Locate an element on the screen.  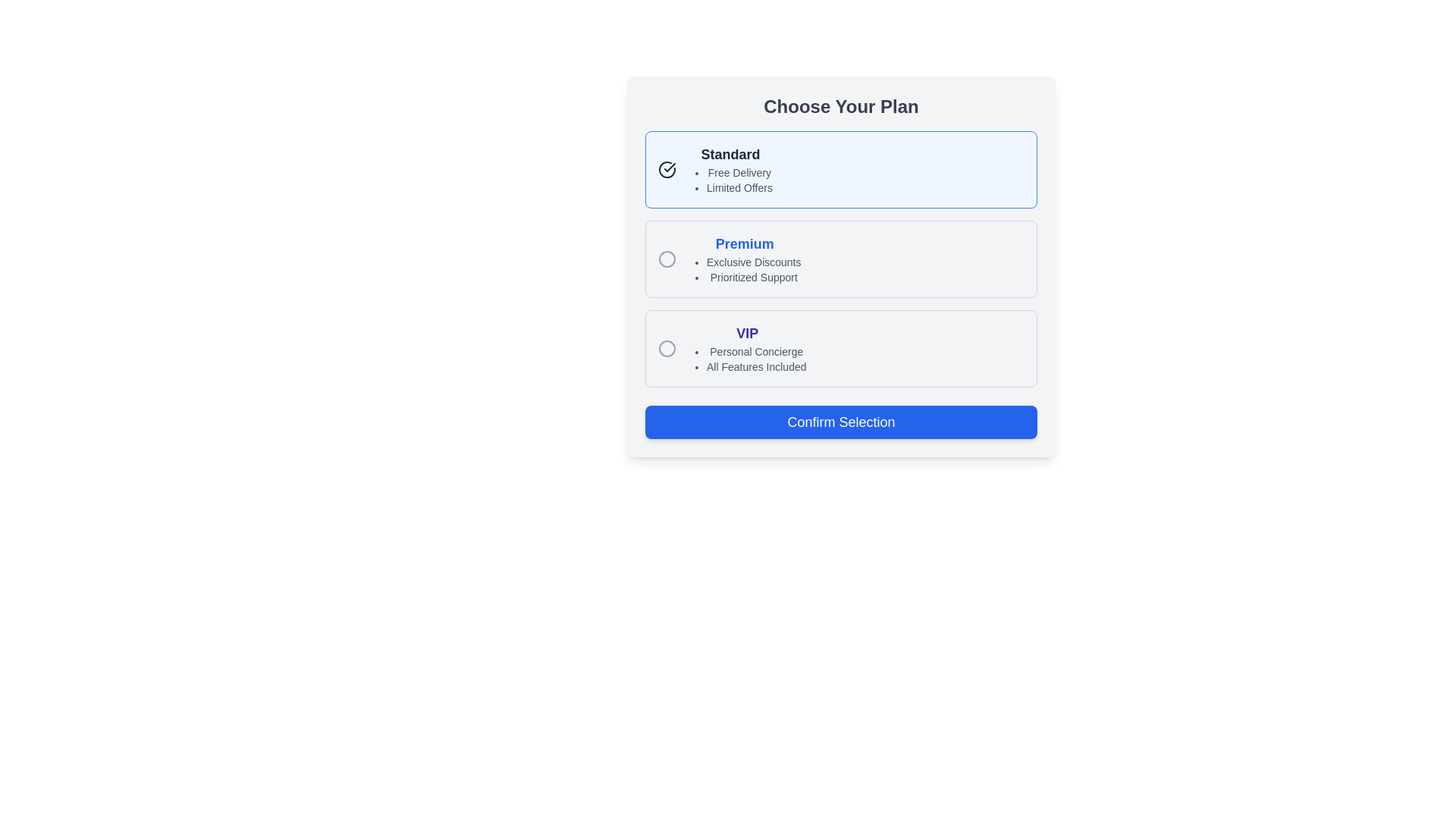
the circular radio button with a gray outline located to the left of the 'Premium' plan option text is located at coordinates (667, 259).